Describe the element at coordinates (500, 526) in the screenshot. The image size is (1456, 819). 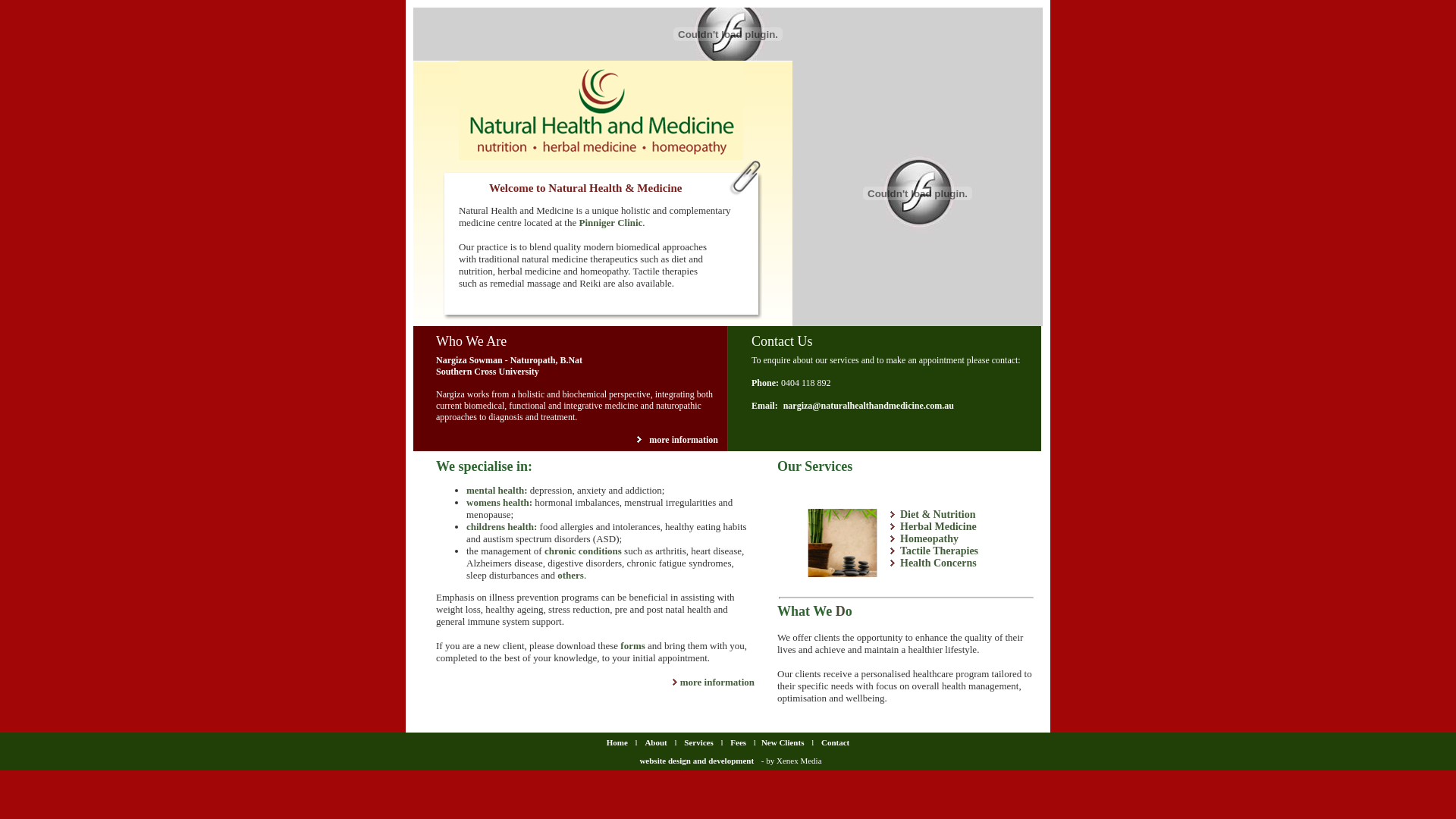
I see `'childrens health'` at that location.